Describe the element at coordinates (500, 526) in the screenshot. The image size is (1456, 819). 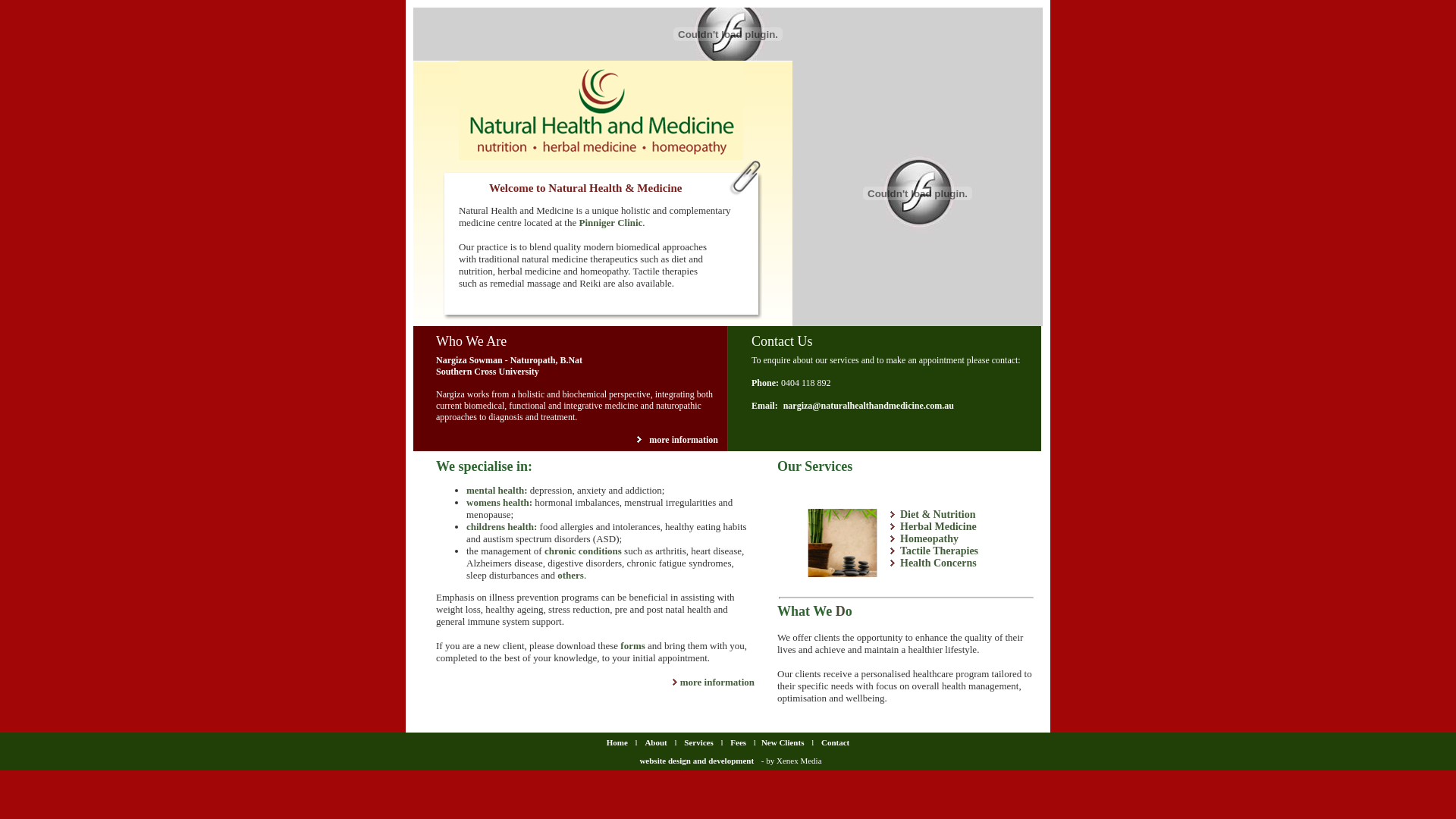
I see `'childrens health'` at that location.